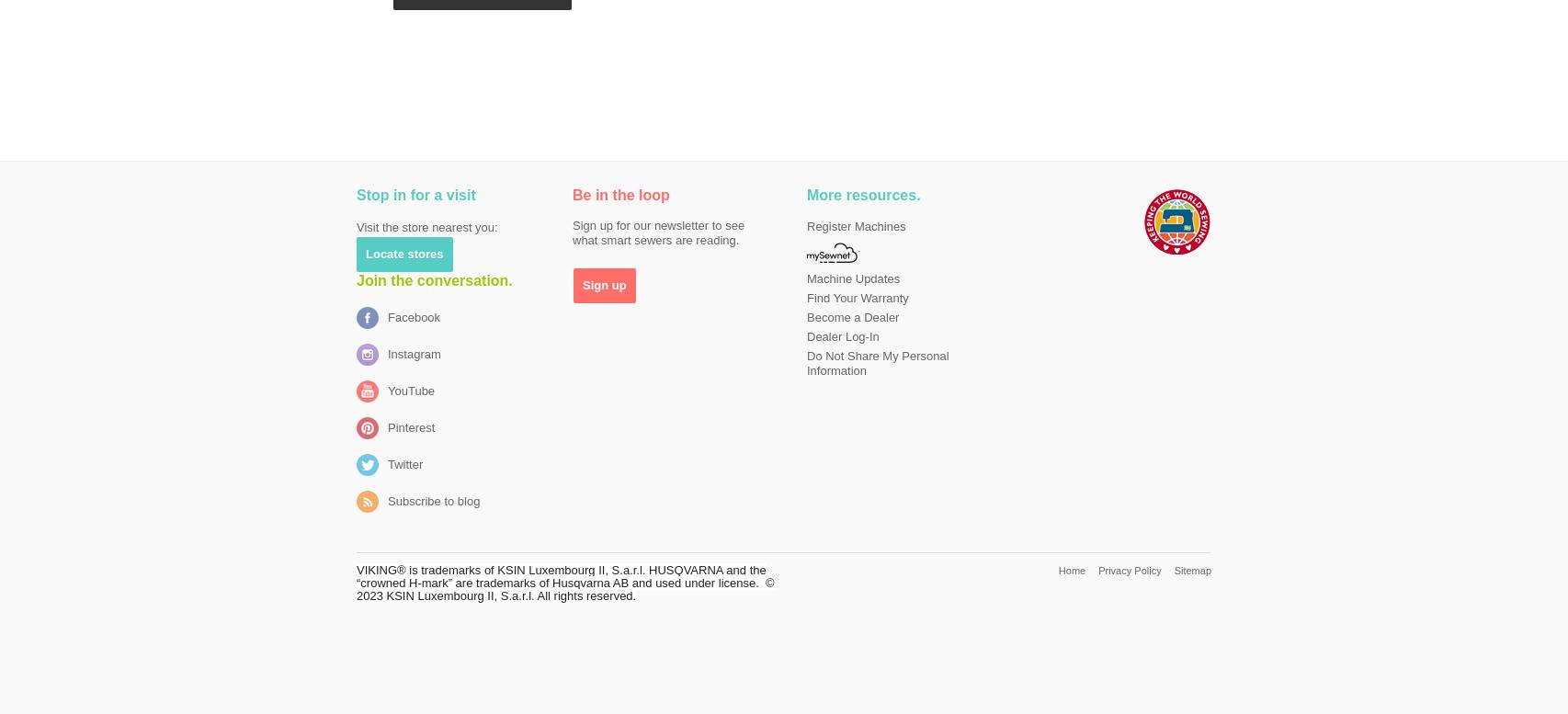 This screenshot has width=1568, height=714. What do you see at coordinates (415, 194) in the screenshot?
I see `'Stop in for a visit'` at bounding box center [415, 194].